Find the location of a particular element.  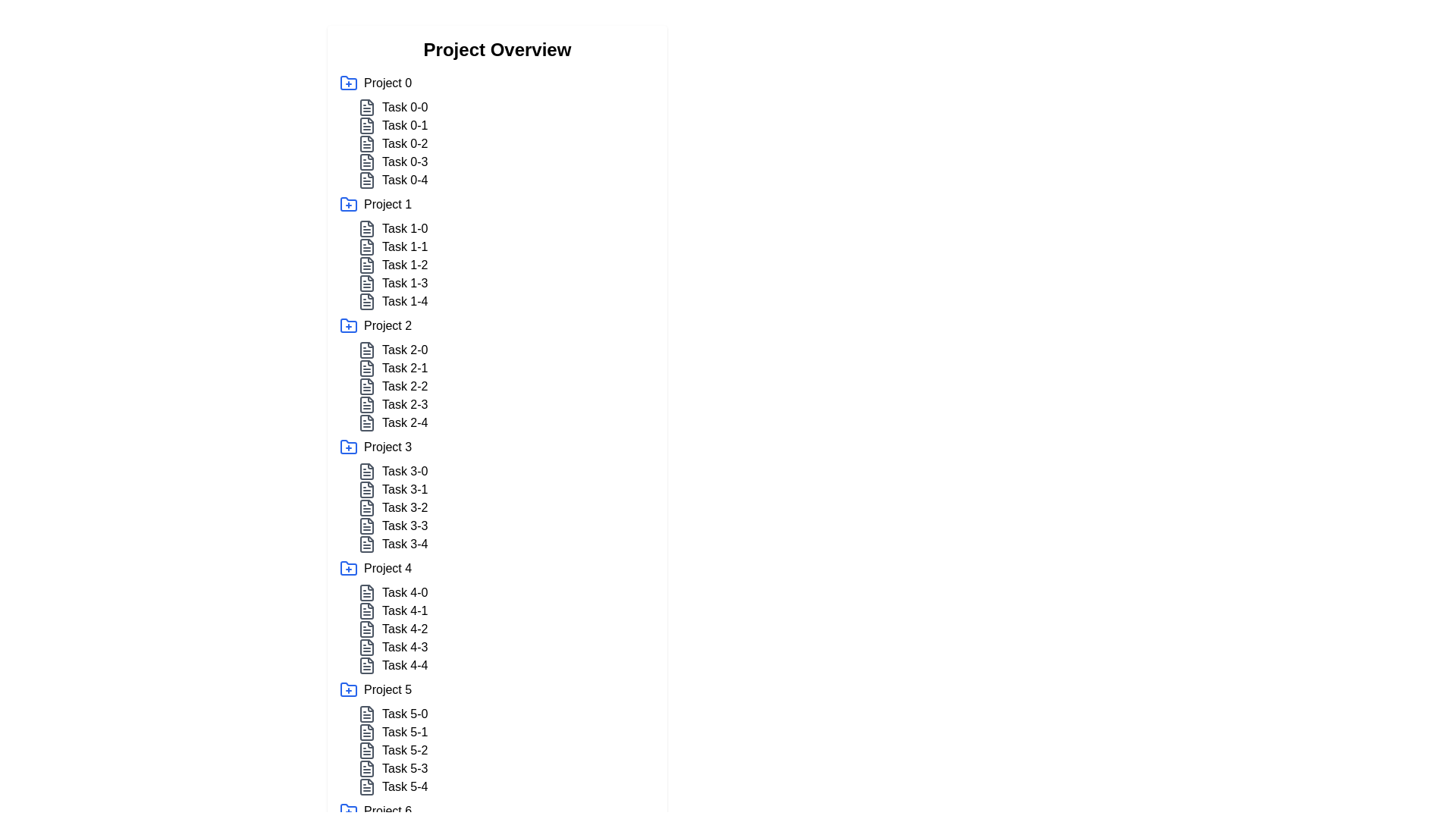

the 'Task 4-2' label with document icon using keyboard up/down arrows is located at coordinates (506, 629).